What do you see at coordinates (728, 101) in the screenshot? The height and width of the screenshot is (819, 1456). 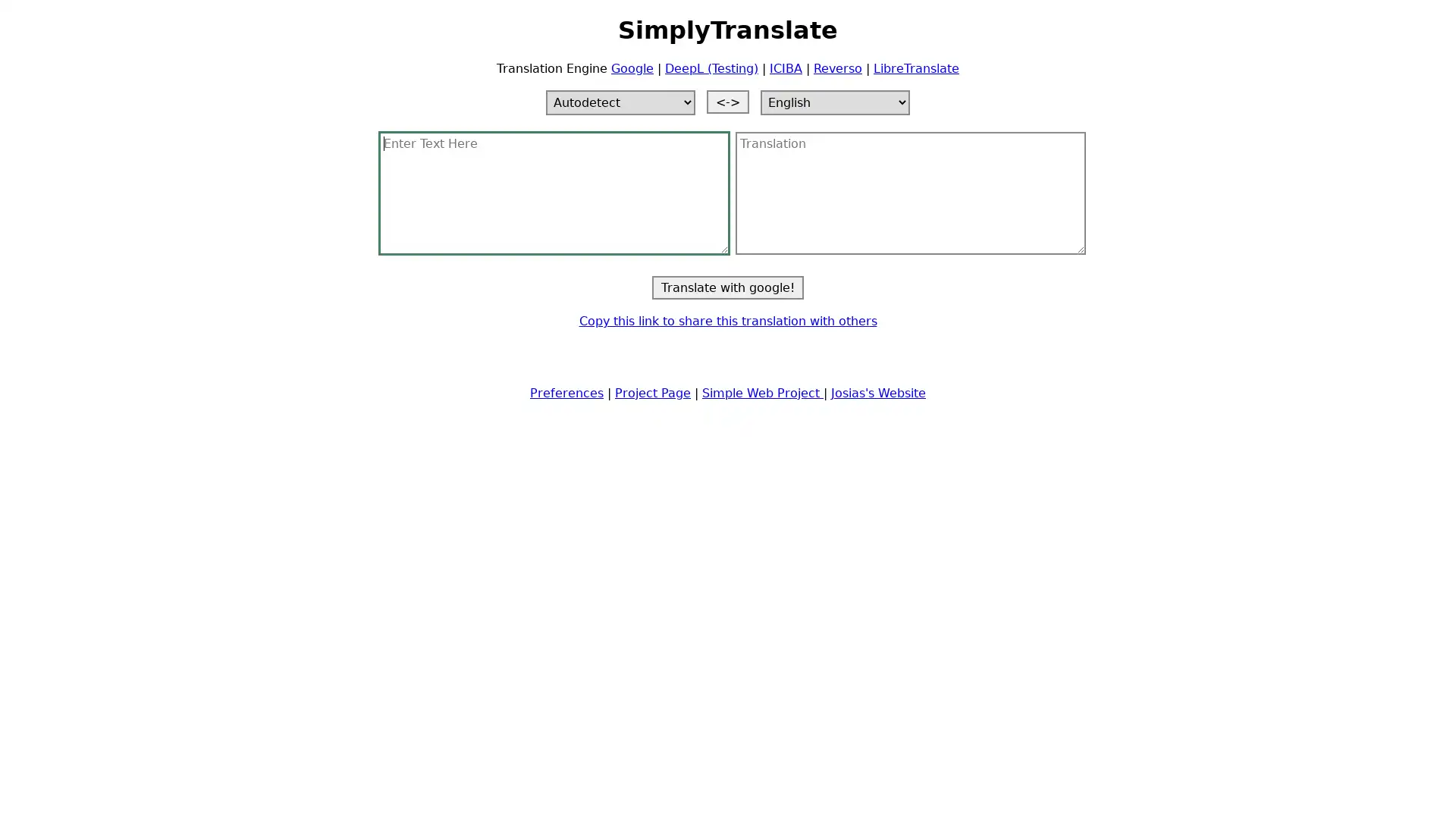 I see `Switch languages` at bounding box center [728, 101].